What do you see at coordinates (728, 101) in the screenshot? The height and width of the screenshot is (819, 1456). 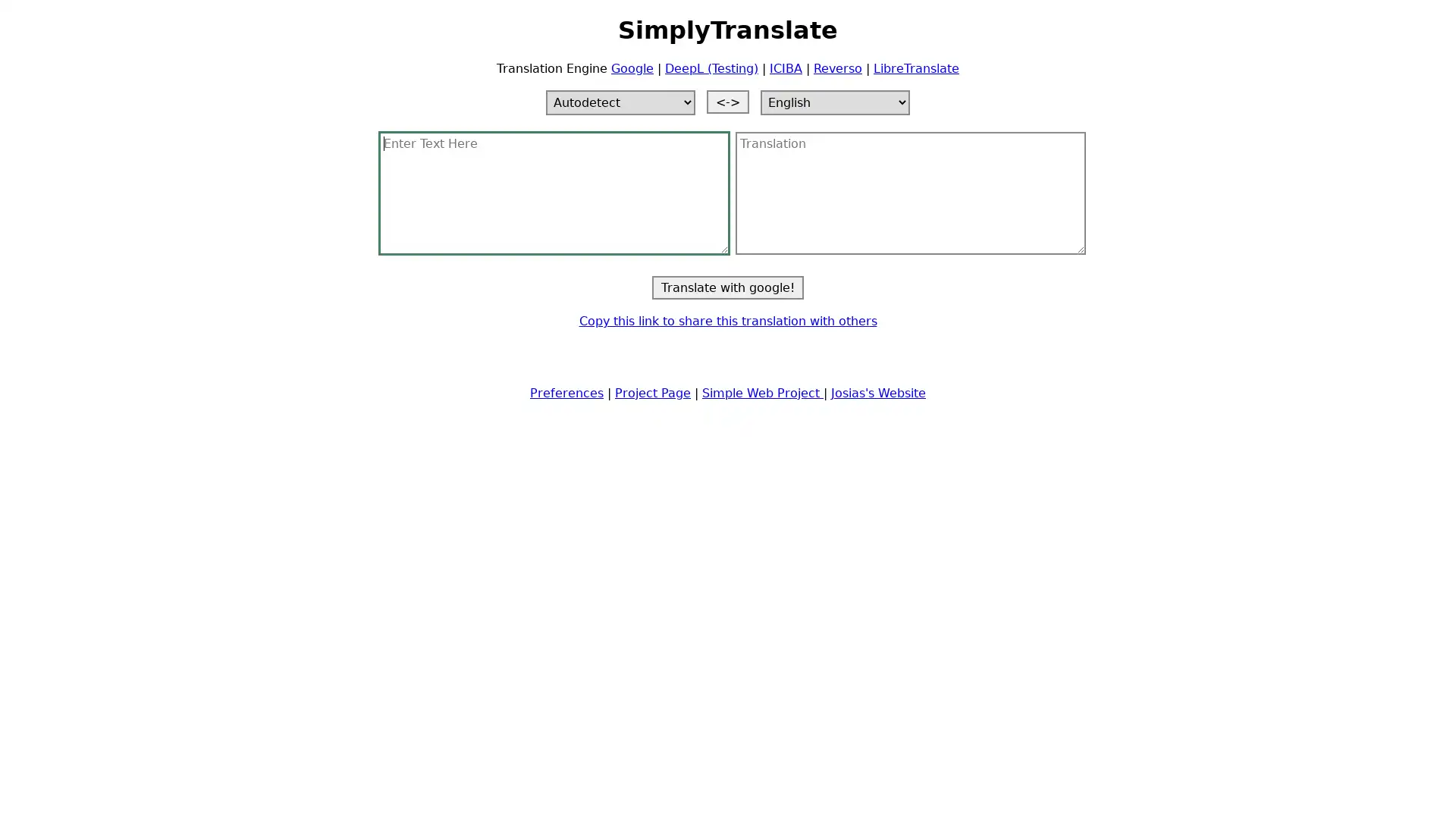 I see `Switch languages` at bounding box center [728, 101].